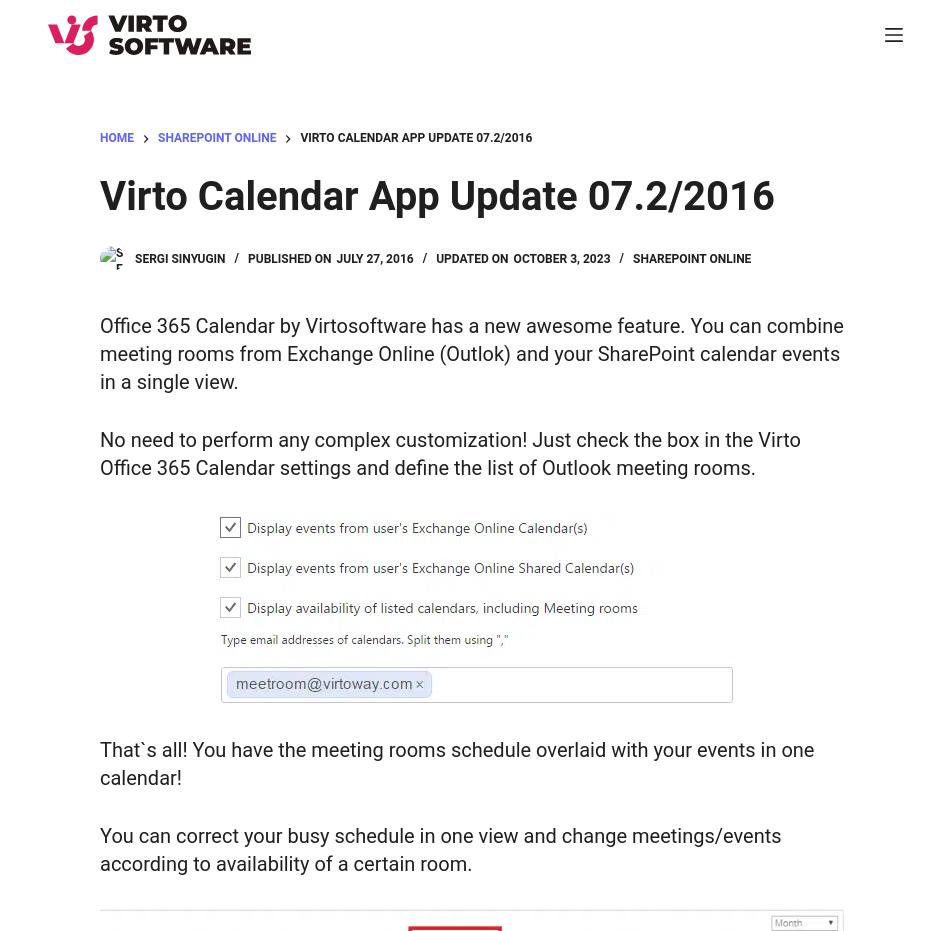 The height and width of the screenshot is (931, 950). What do you see at coordinates (293, 97) in the screenshot?
I see `','` at bounding box center [293, 97].